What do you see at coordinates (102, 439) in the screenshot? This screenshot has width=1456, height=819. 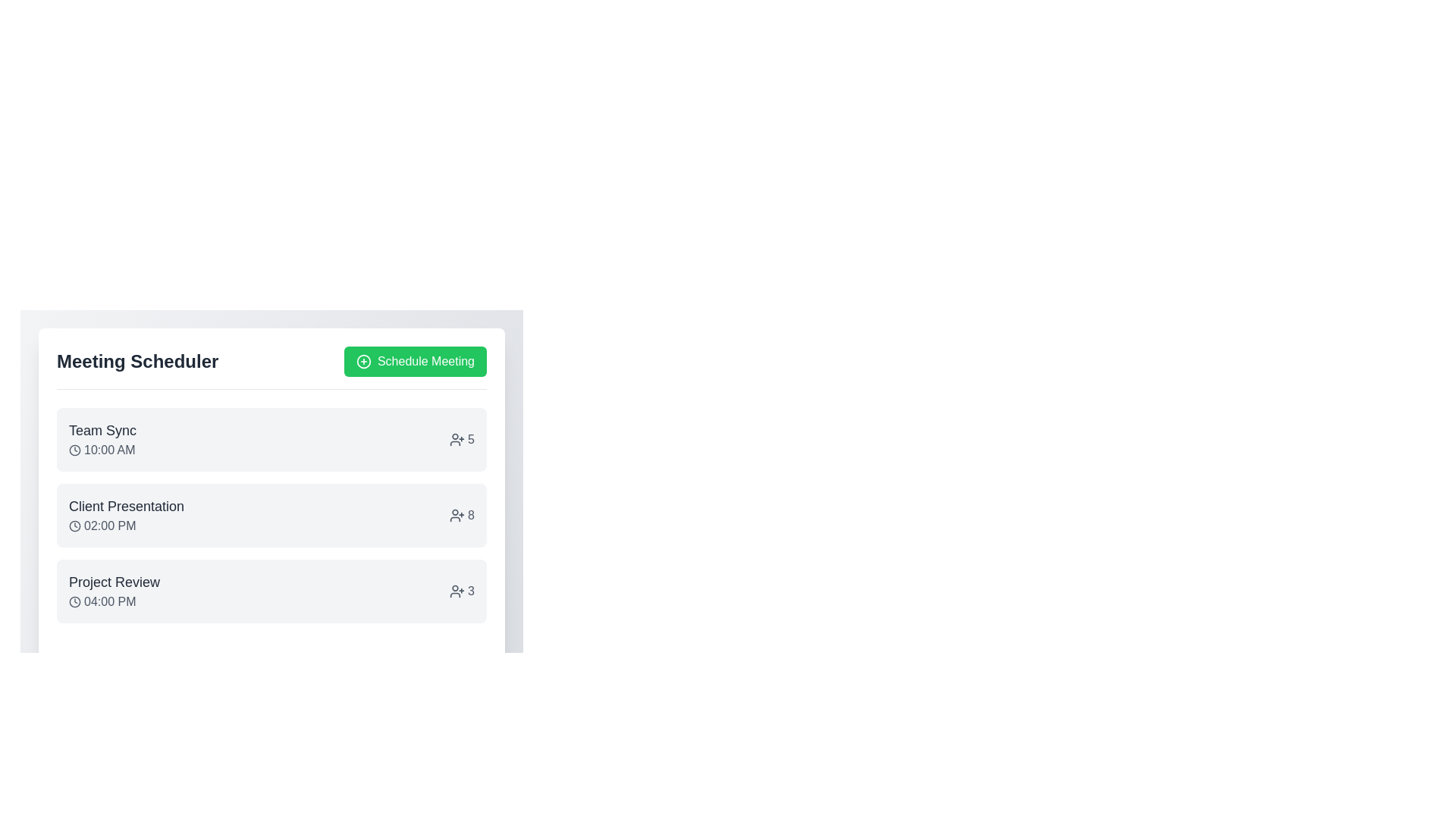 I see `meeting title 'Team Sync' and time '10:00 AM' displayed on the TextLabel element located in the 'Meeting Scheduler' section` at bounding box center [102, 439].